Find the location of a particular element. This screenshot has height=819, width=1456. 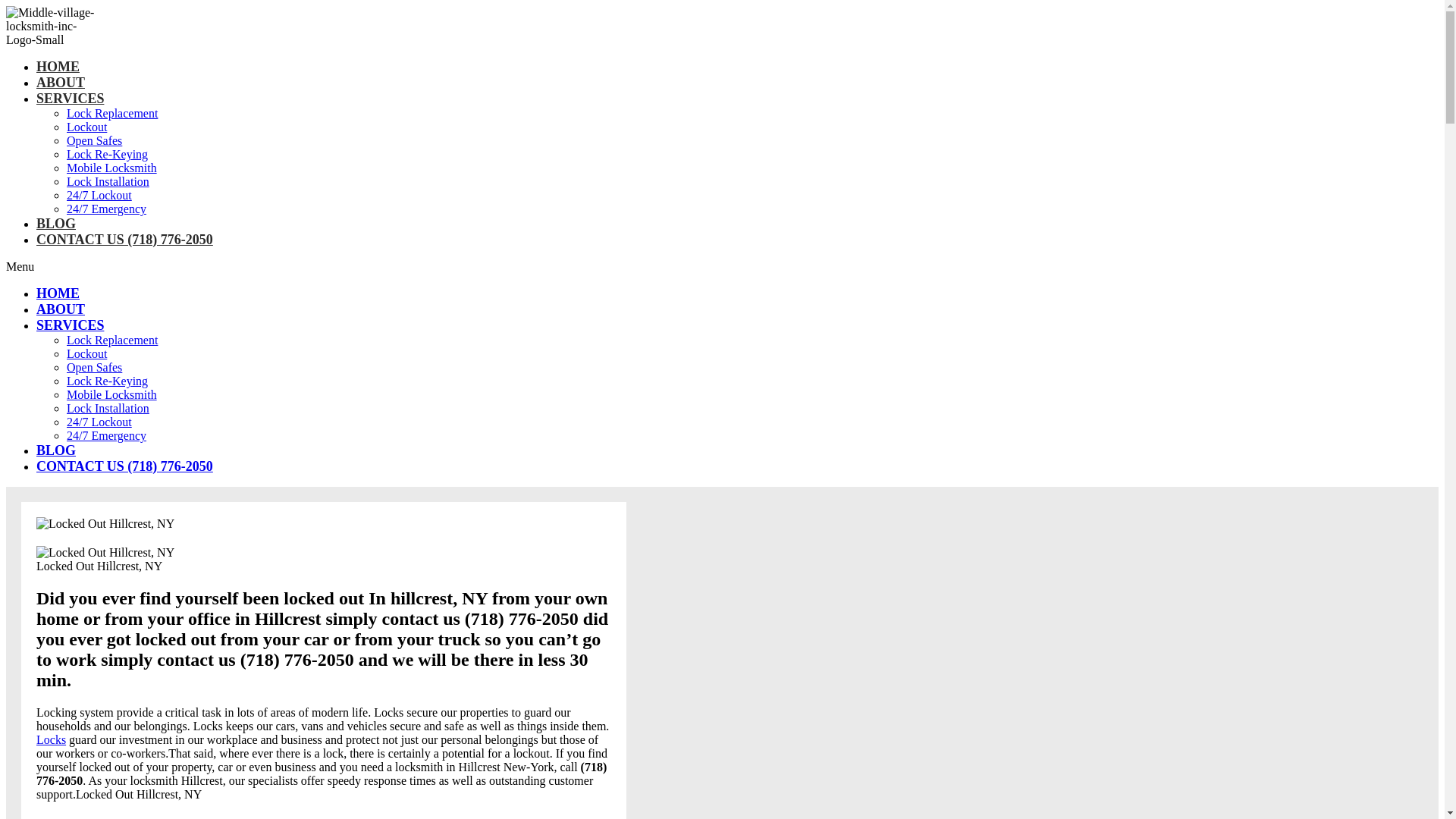

'CONTACT US (718) 776-2050' is located at coordinates (124, 239).